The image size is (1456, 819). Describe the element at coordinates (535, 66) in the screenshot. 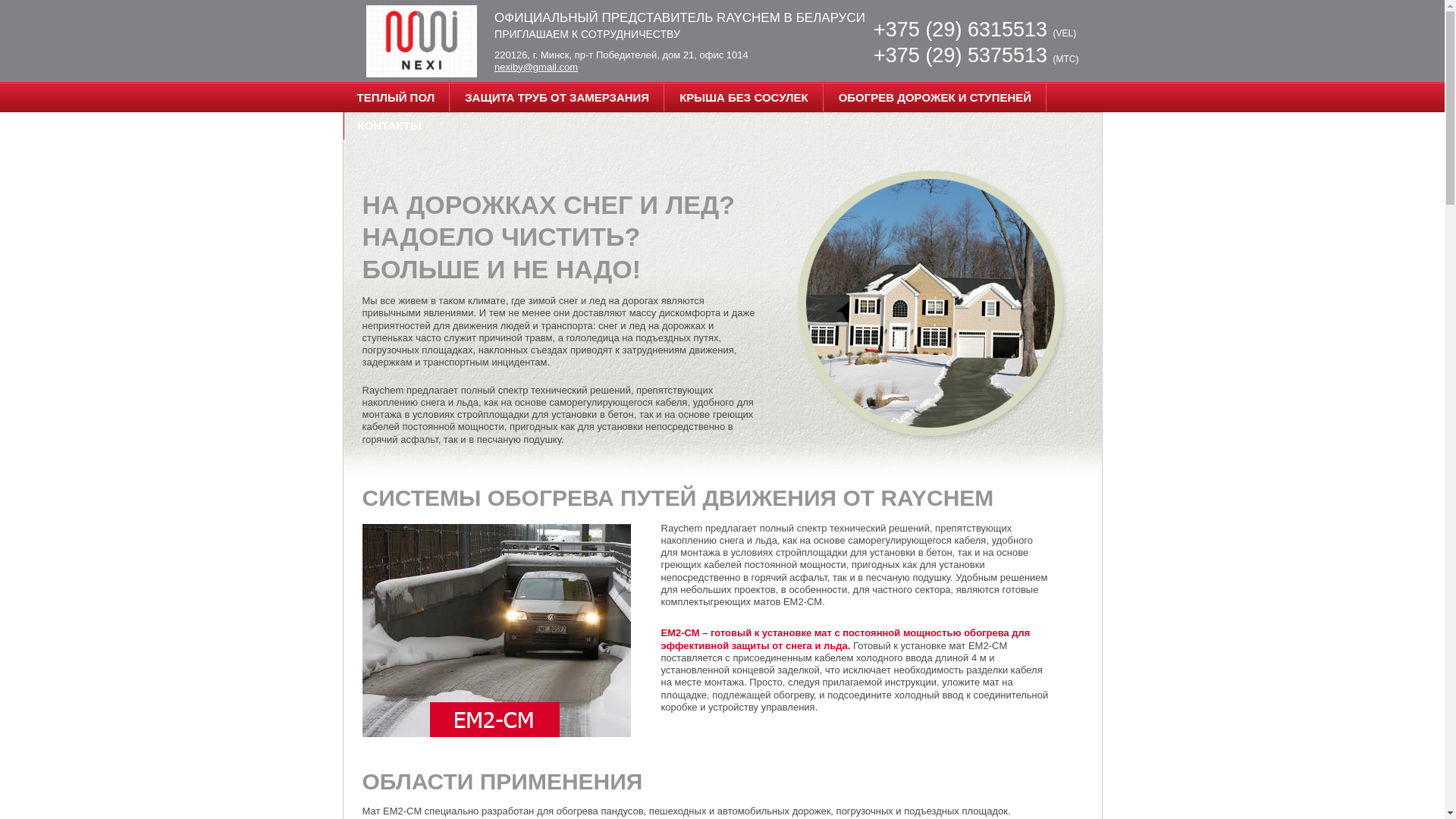

I see `'nexiby@gmail.com'` at that location.